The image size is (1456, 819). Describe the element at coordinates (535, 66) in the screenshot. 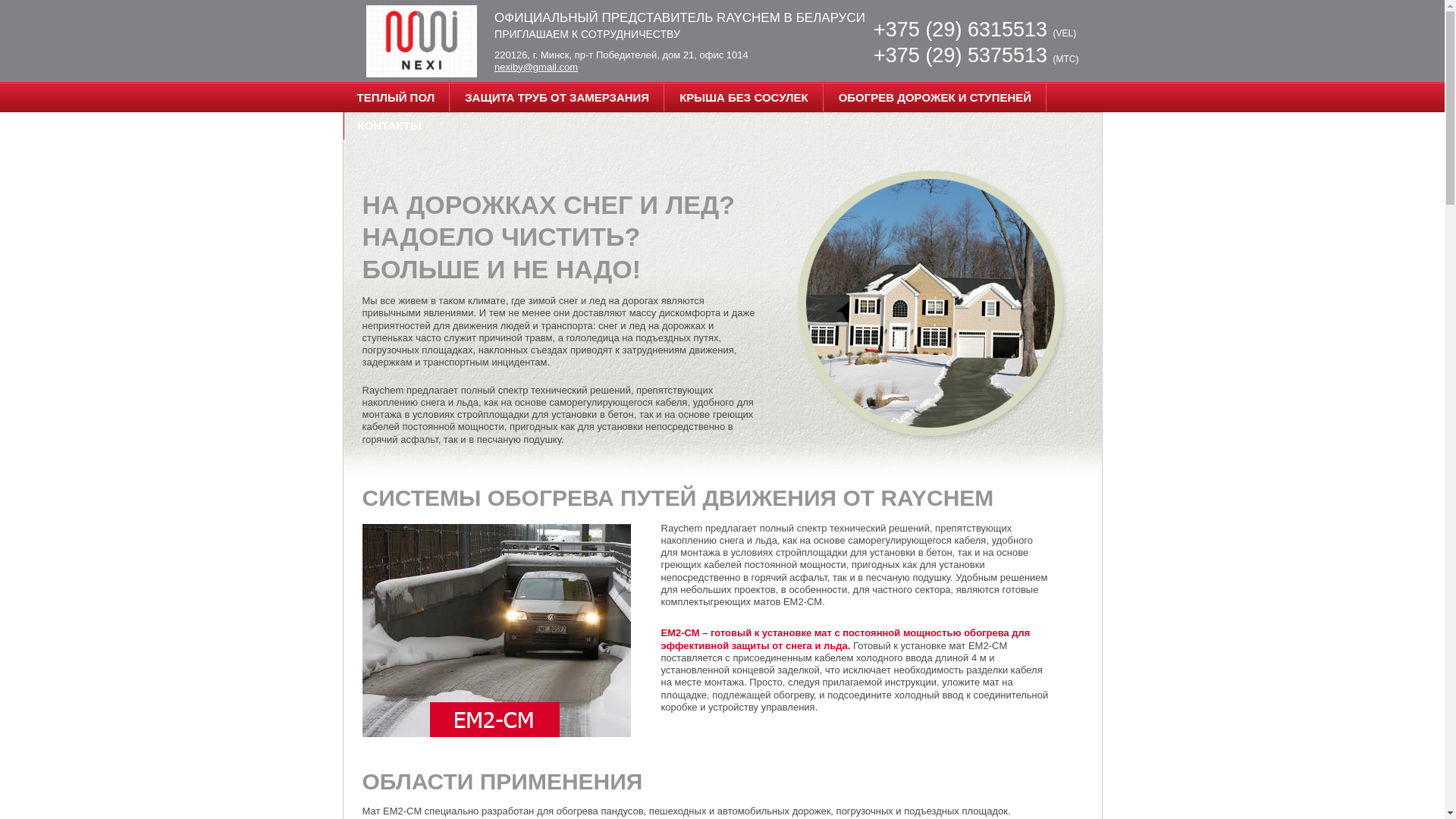

I see `'nexiby@gmail.com'` at that location.